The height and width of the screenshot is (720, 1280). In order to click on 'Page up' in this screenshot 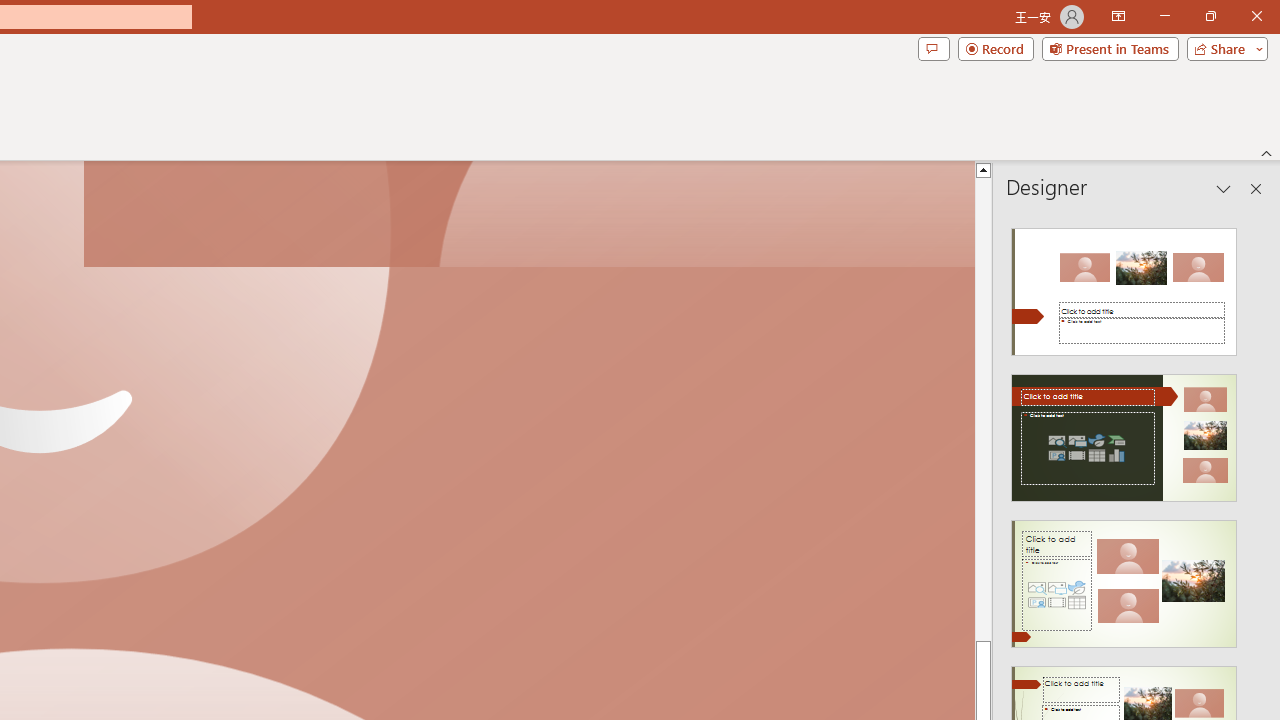, I will do `click(983, 408)`.